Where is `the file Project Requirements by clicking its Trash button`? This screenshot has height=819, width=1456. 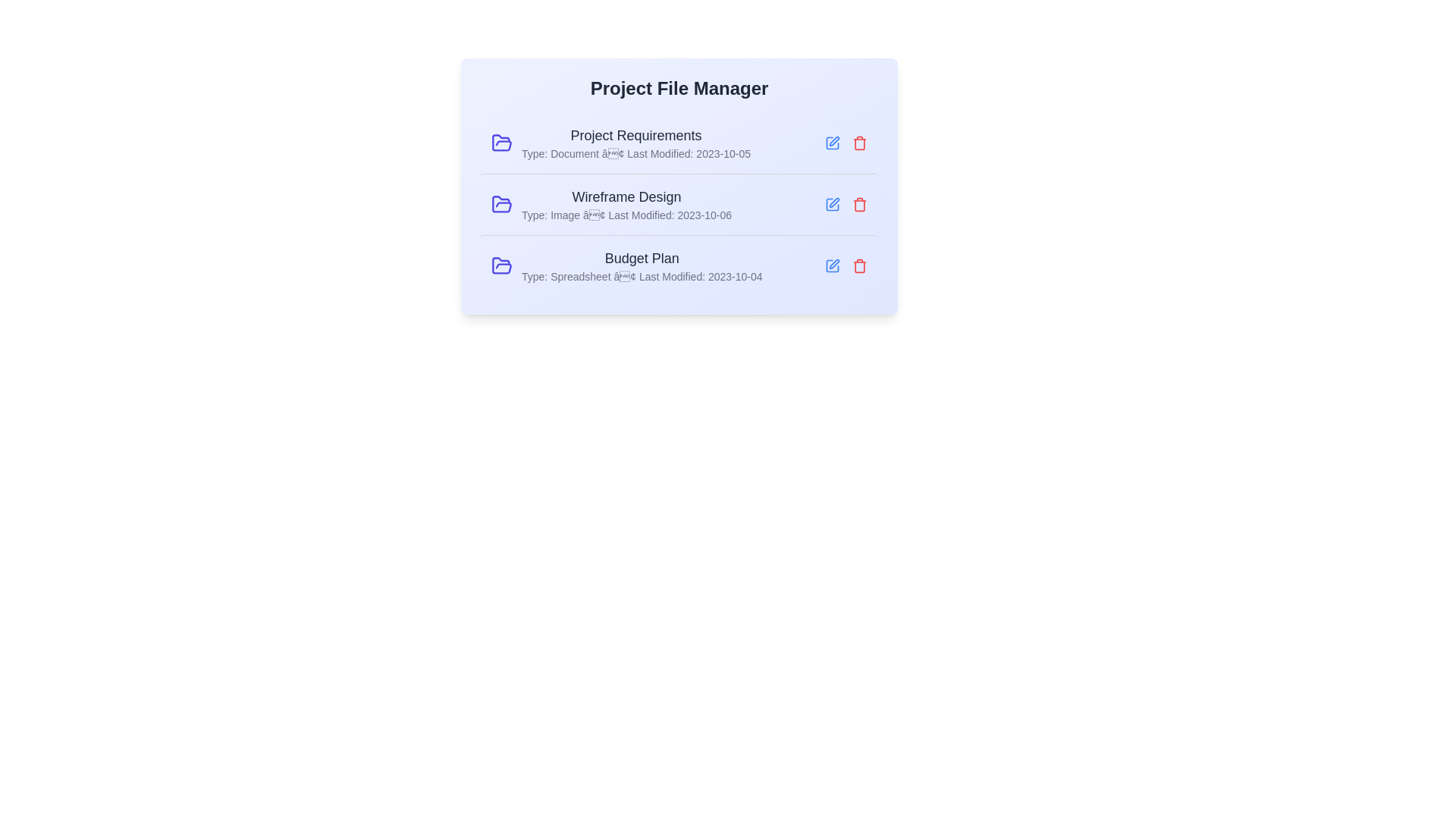 the file Project Requirements by clicking its Trash button is located at coordinates (859, 143).